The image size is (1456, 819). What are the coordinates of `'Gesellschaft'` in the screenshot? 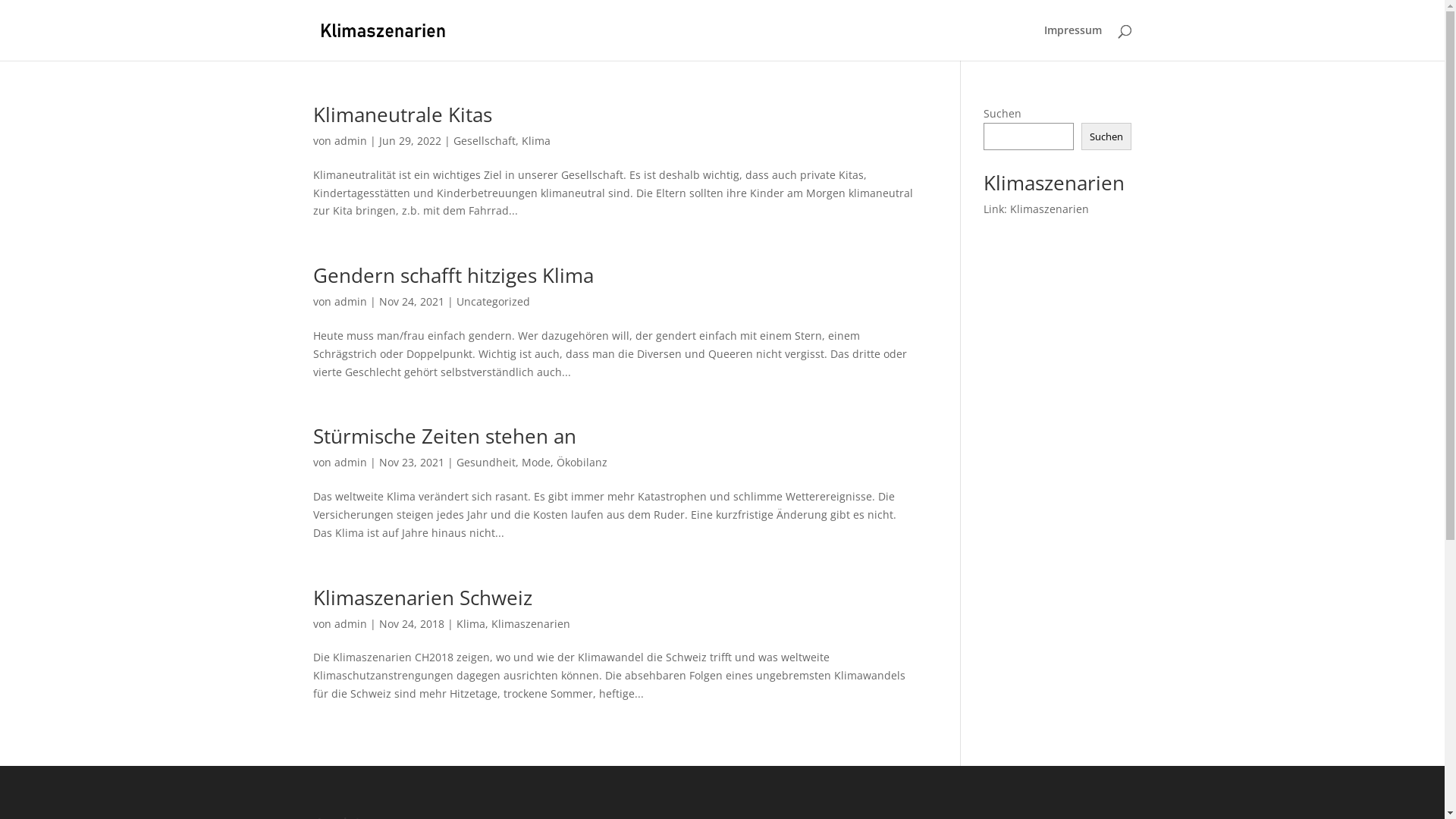 It's located at (483, 140).